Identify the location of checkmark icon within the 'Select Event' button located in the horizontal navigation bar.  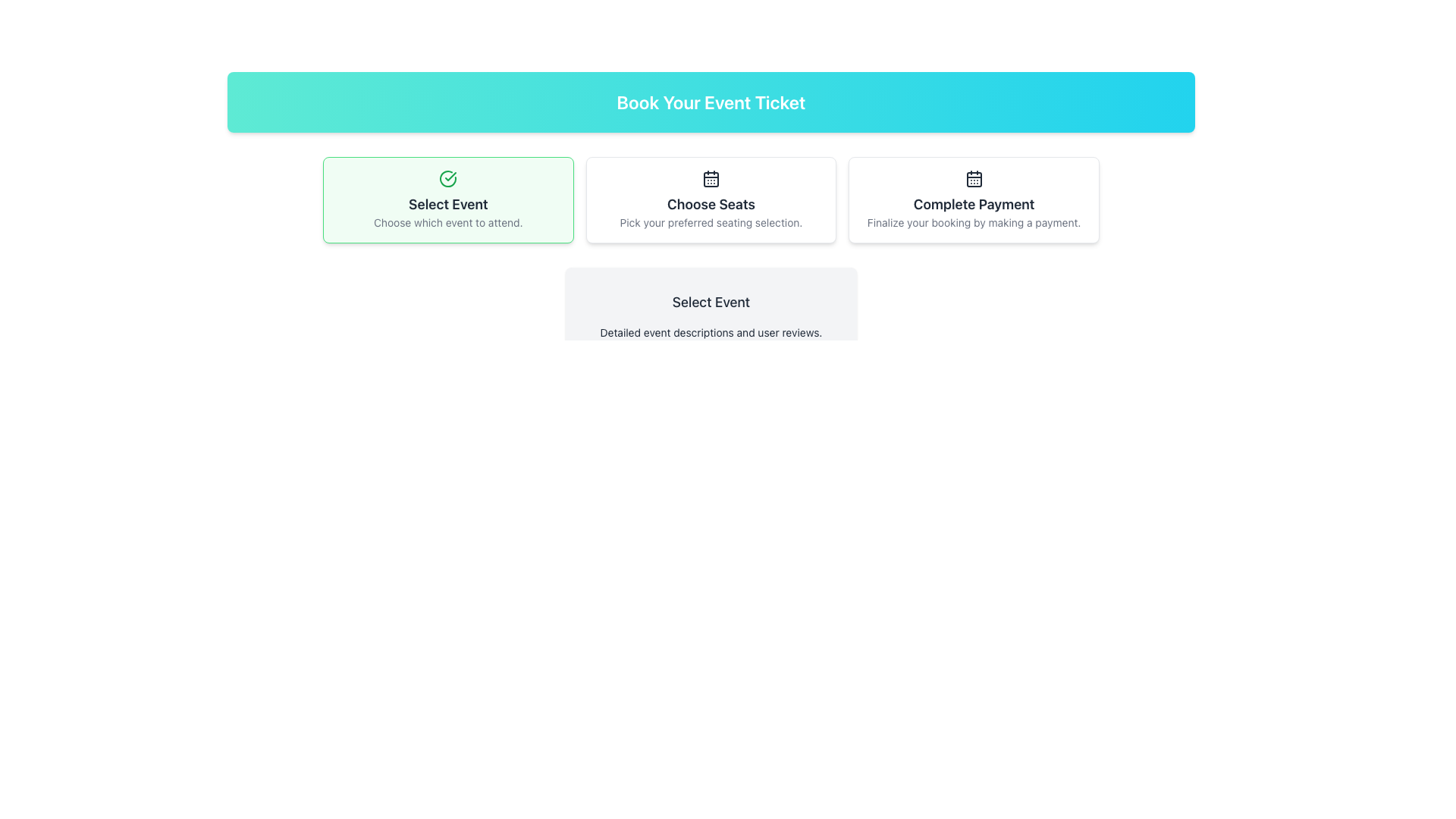
(450, 175).